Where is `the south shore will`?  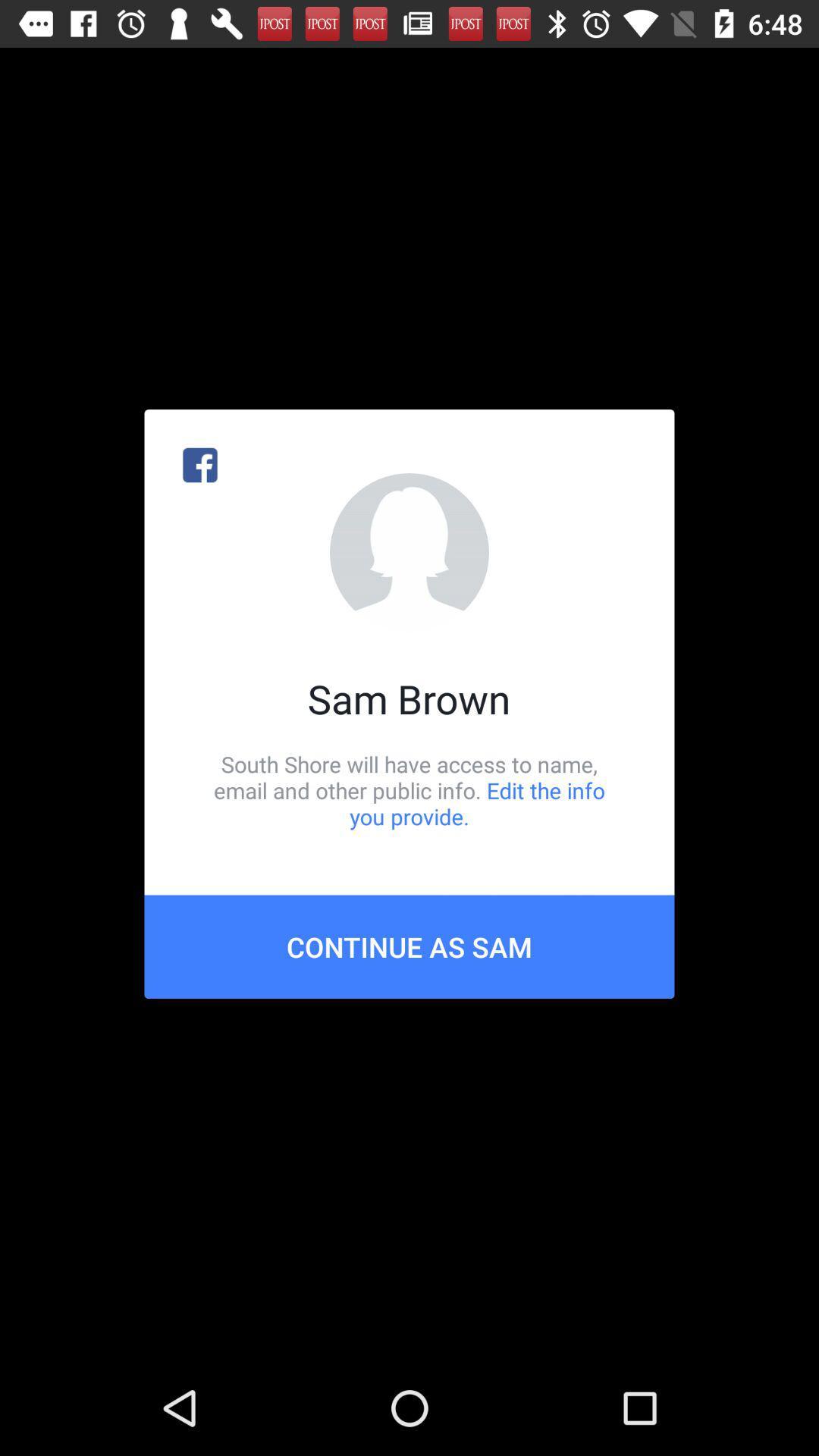 the south shore will is located at coordinates (409, 789).